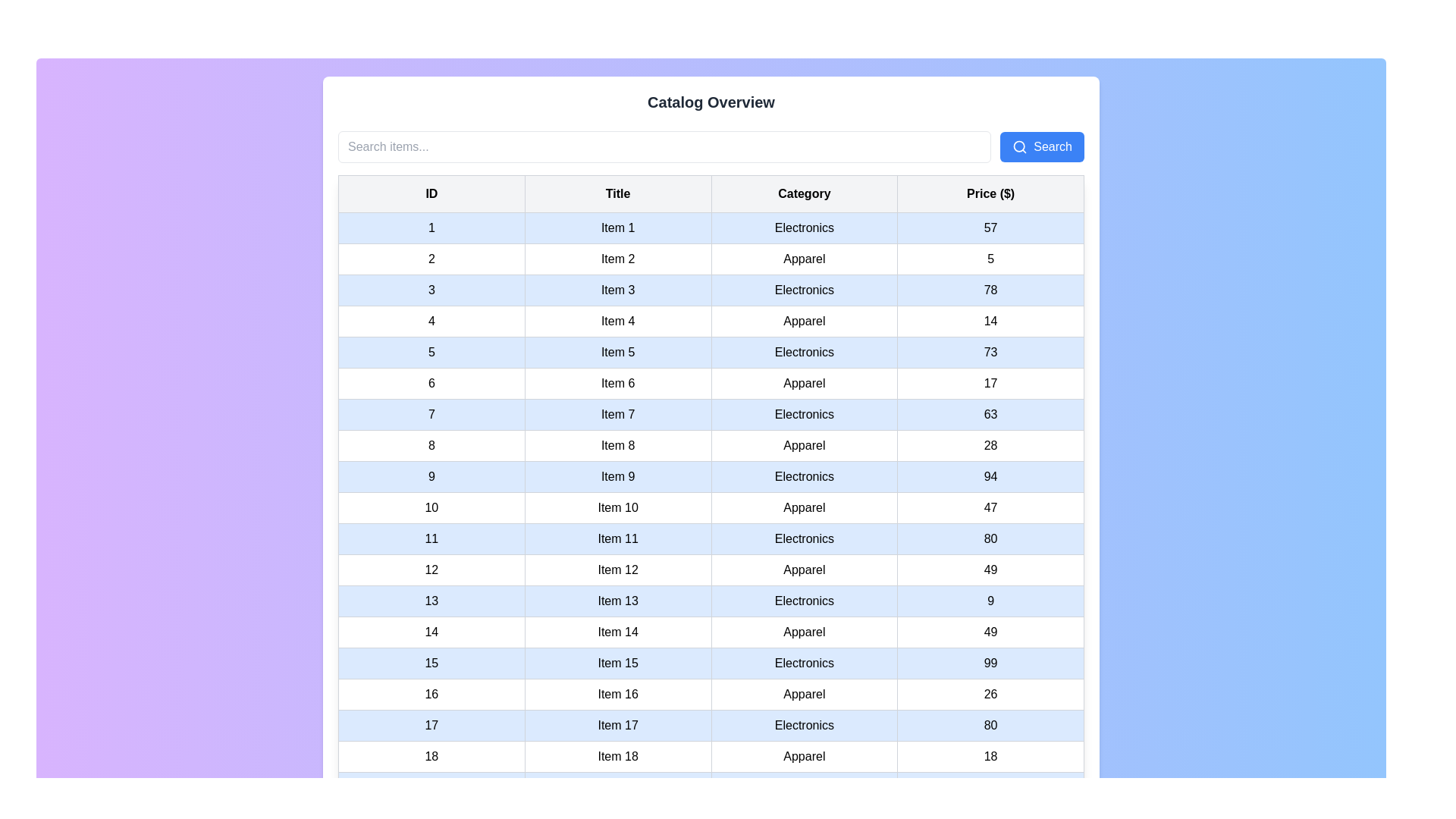  What do you see at coordinates (1041, 146) in the screenshot?
I see `the blue 'Search' button with white text` at bounding box center [1041, 146].